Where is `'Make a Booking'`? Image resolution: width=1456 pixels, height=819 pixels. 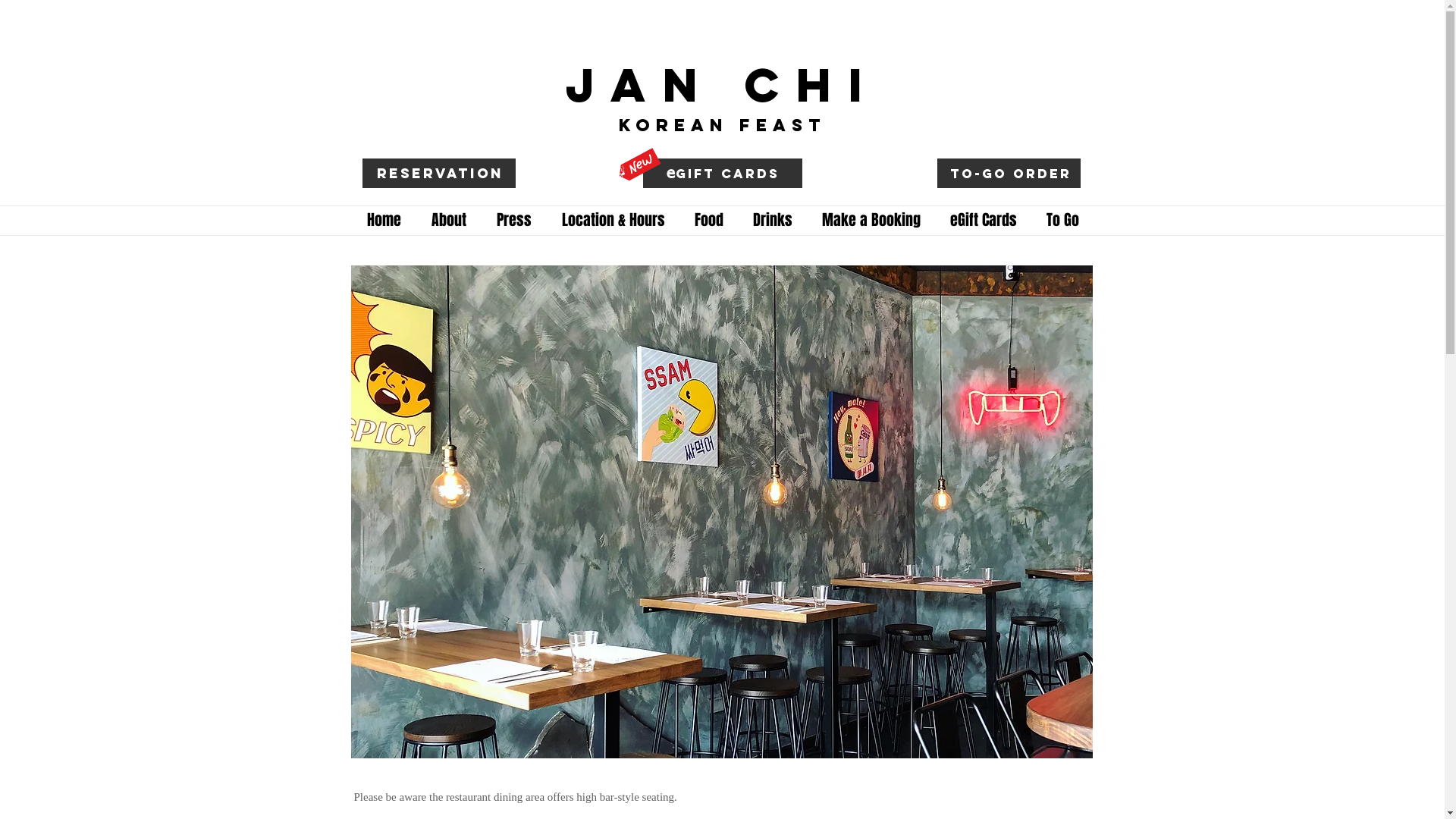
'Make a Booking' is located at coordinates (871, 220).